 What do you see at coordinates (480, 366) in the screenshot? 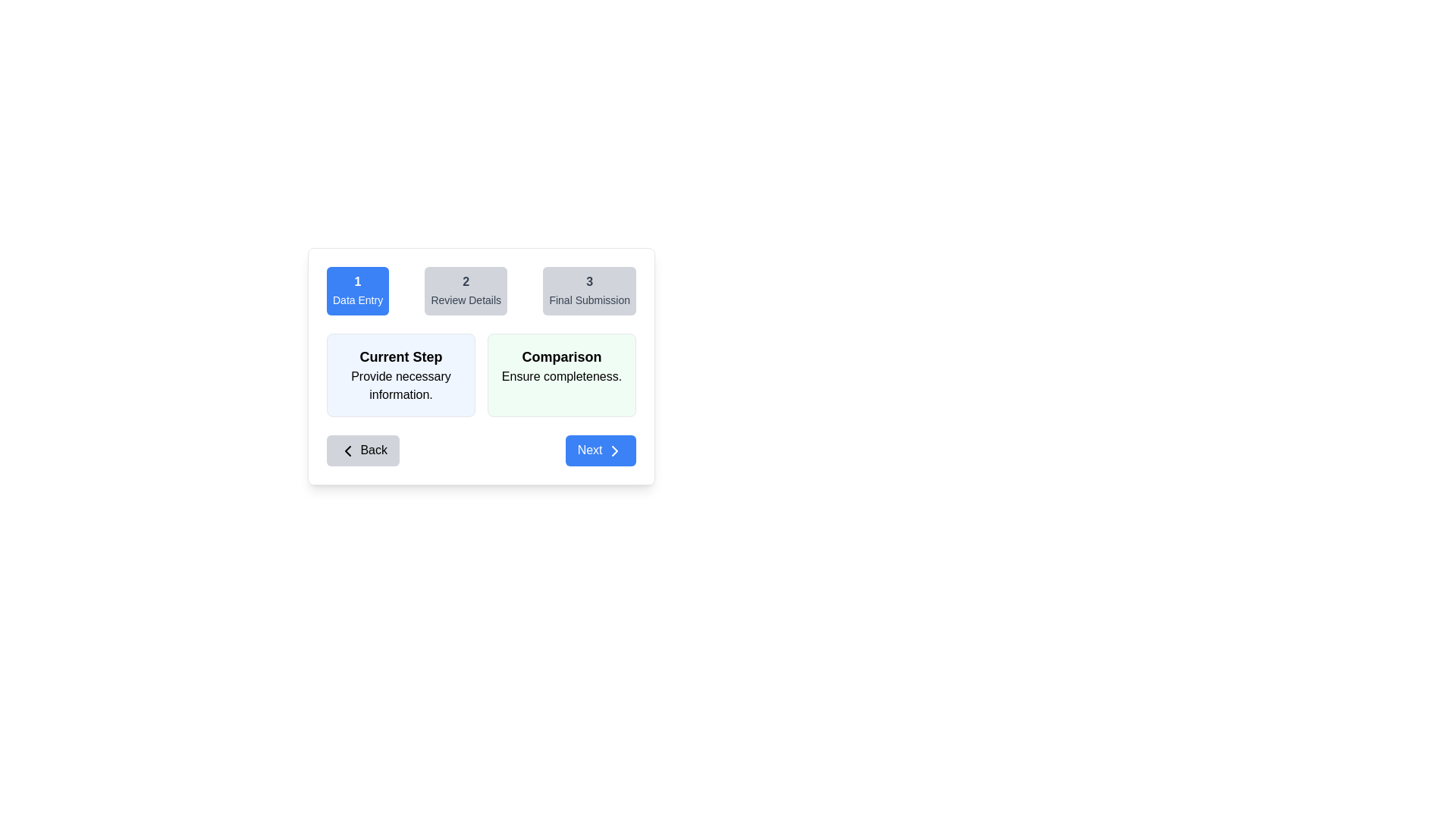
I see `information displayed in the 'Comparison' informational panel located centrally inside the white modal overlay, below the horizontal progress bar` at bounding box center [480, 366].